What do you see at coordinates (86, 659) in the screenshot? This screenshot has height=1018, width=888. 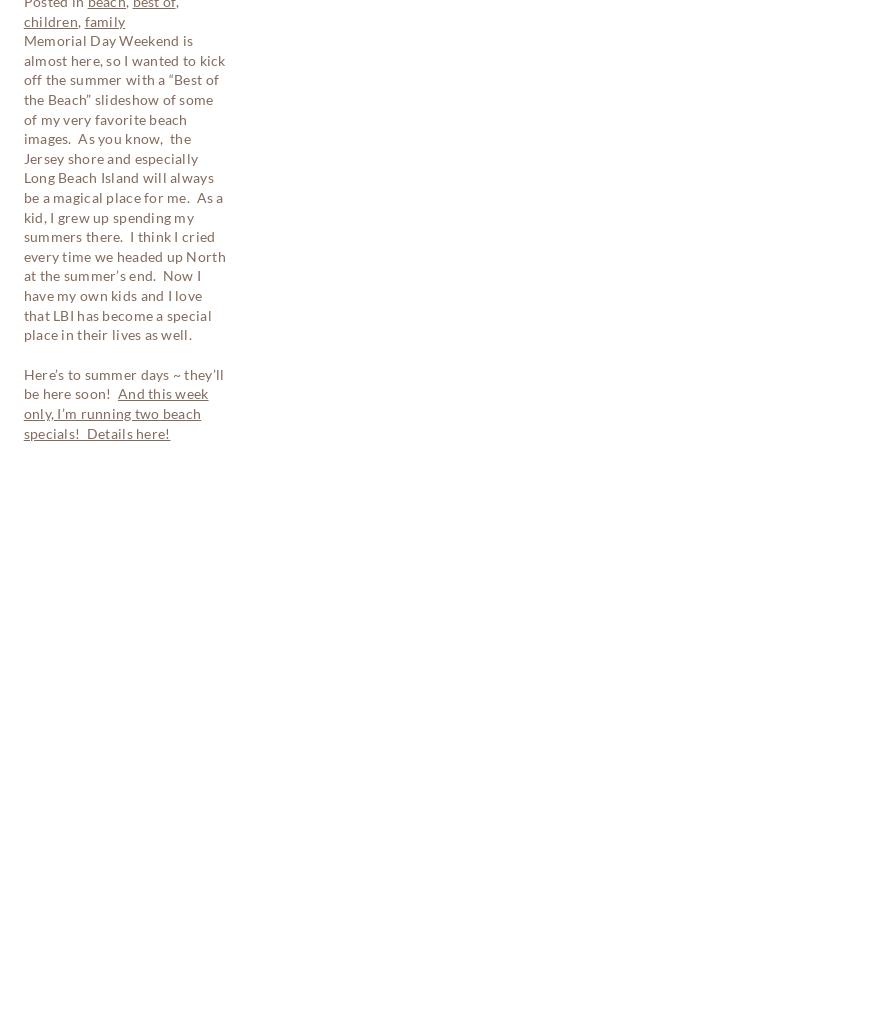 I see `'children'` at bounding box center [86, 659].